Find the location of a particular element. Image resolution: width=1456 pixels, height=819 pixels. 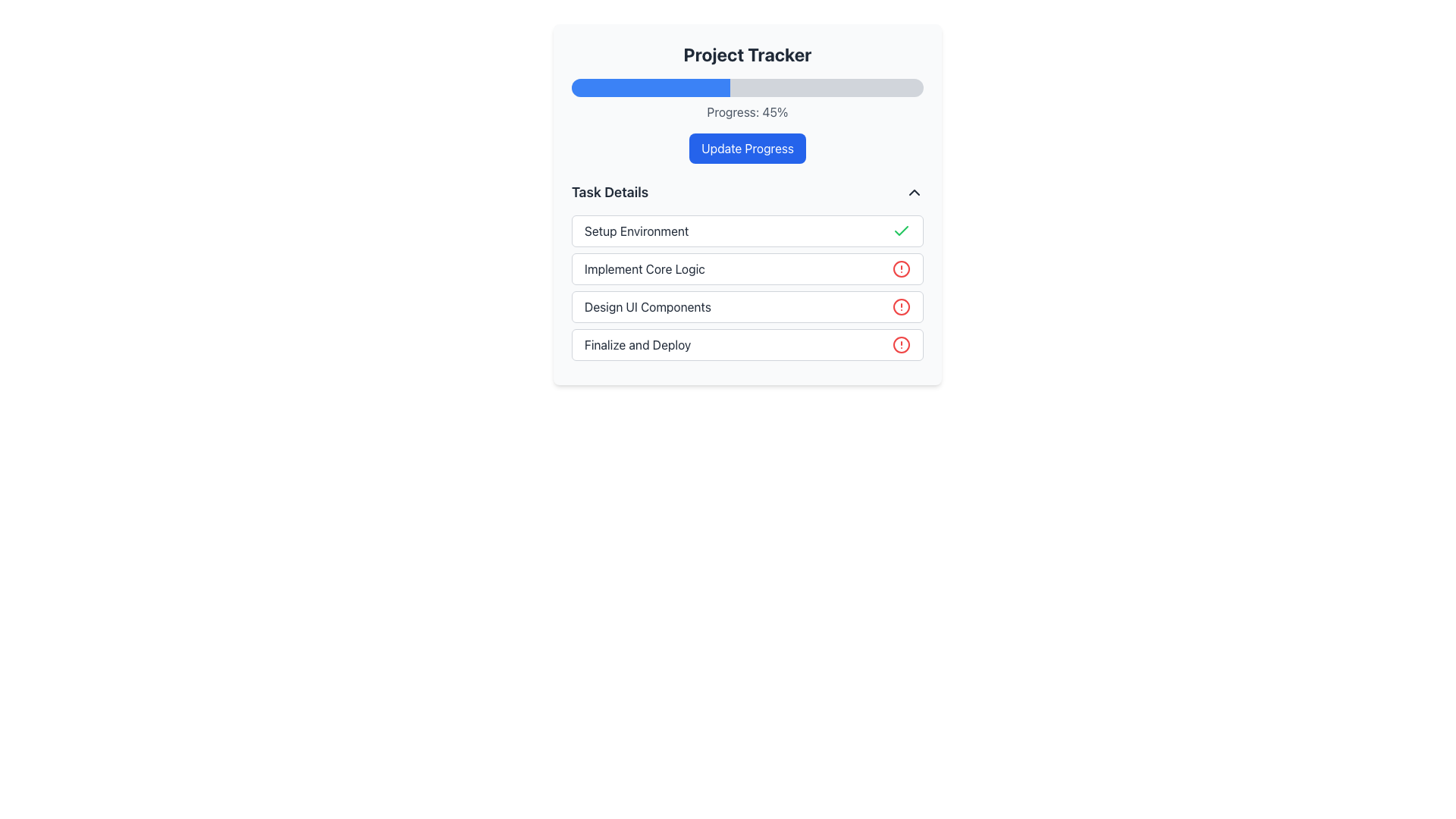

the visually indicated progress on the blue progress indicator segment of the progress bar located below the 'Project Tracker' title is located at coordinates (651, 87).